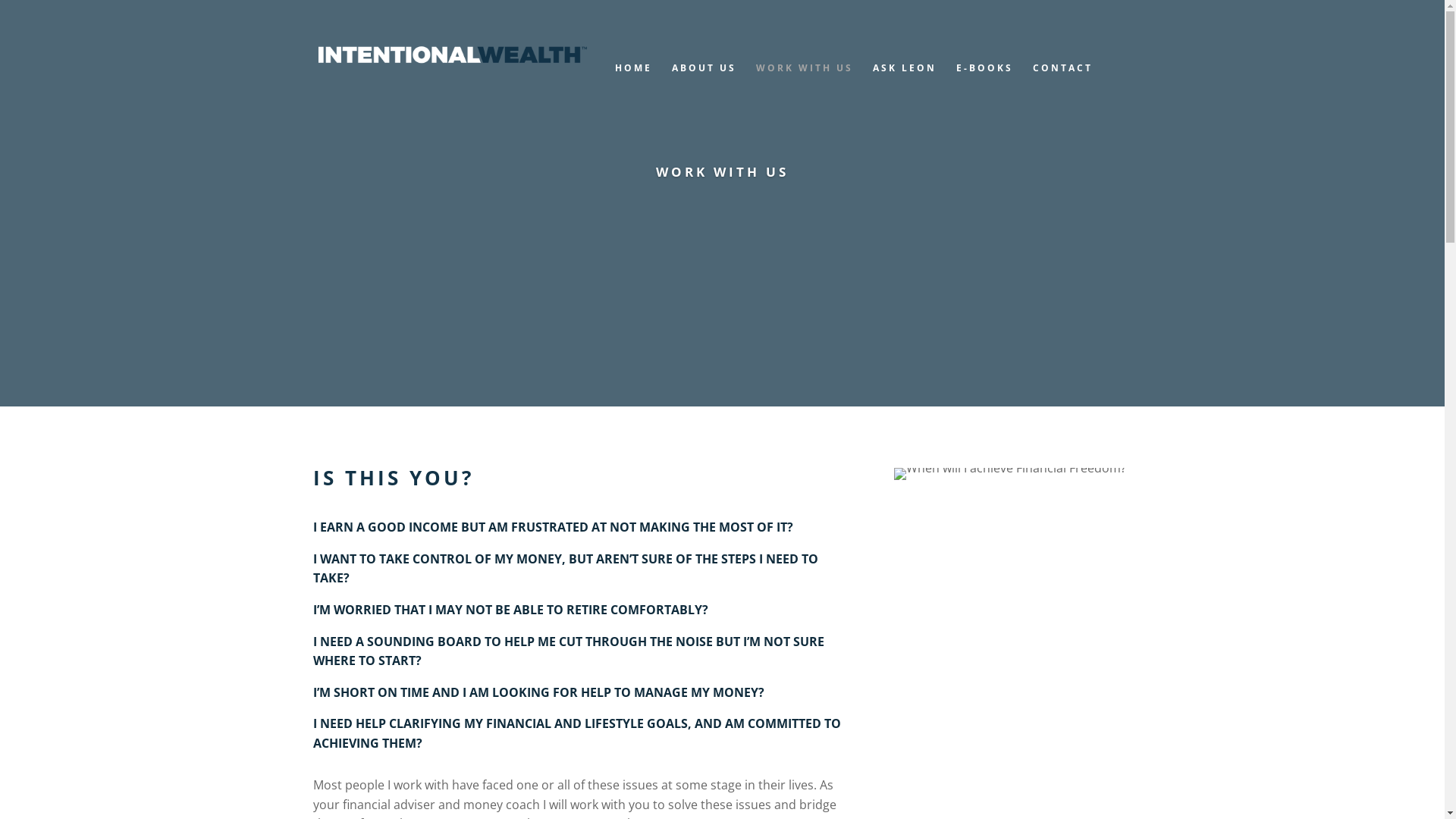 This screenshot has height=819, width=1456. Describe the element at coordinates (1062, 83) in the screenshot. I see `'CONTACT'` at that location.